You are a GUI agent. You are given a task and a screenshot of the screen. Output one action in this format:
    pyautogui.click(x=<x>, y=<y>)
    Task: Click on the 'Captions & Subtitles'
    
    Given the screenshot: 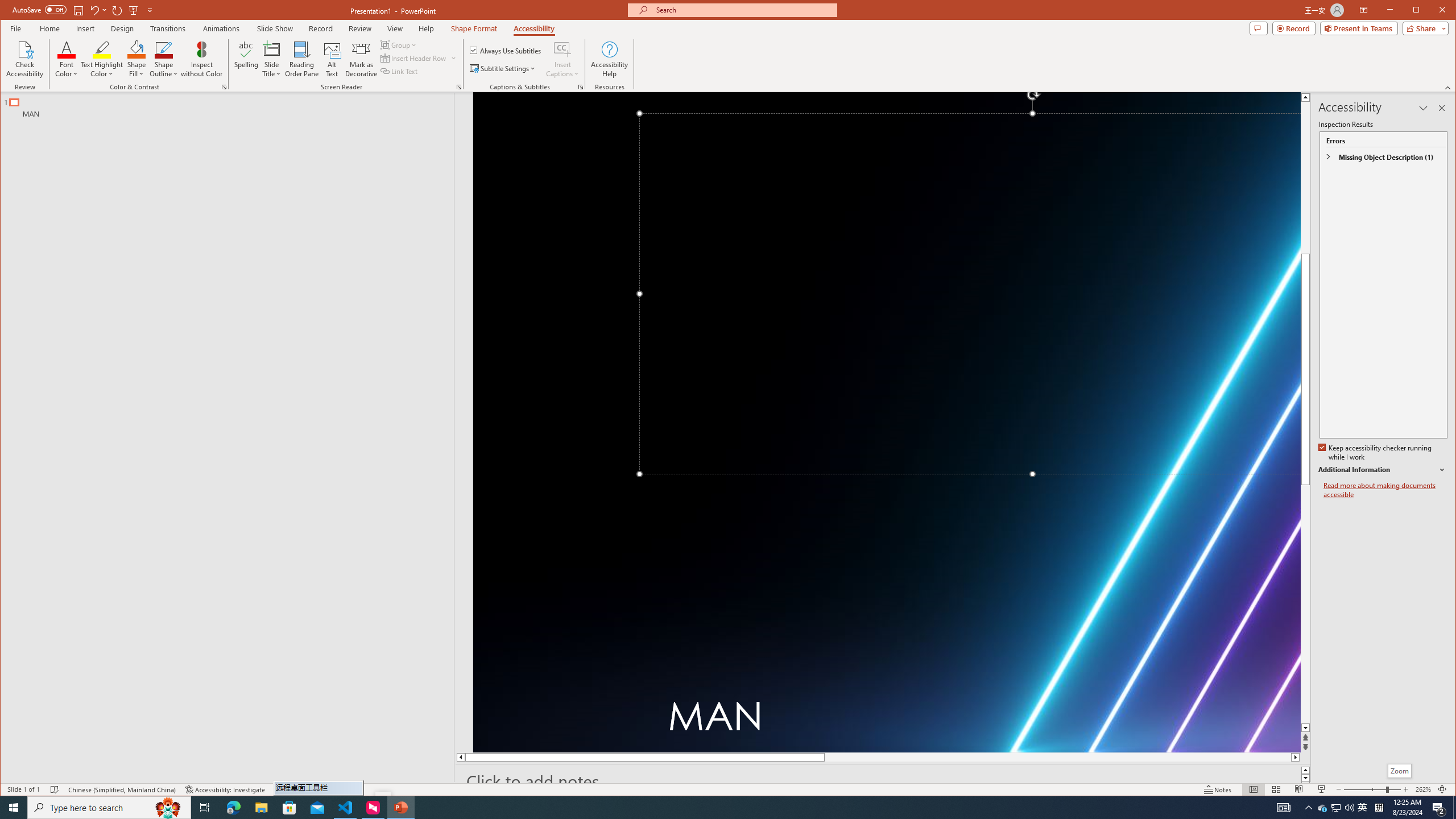 What is the action you would take?
    pyautogui.click(x=580, y=87)
    